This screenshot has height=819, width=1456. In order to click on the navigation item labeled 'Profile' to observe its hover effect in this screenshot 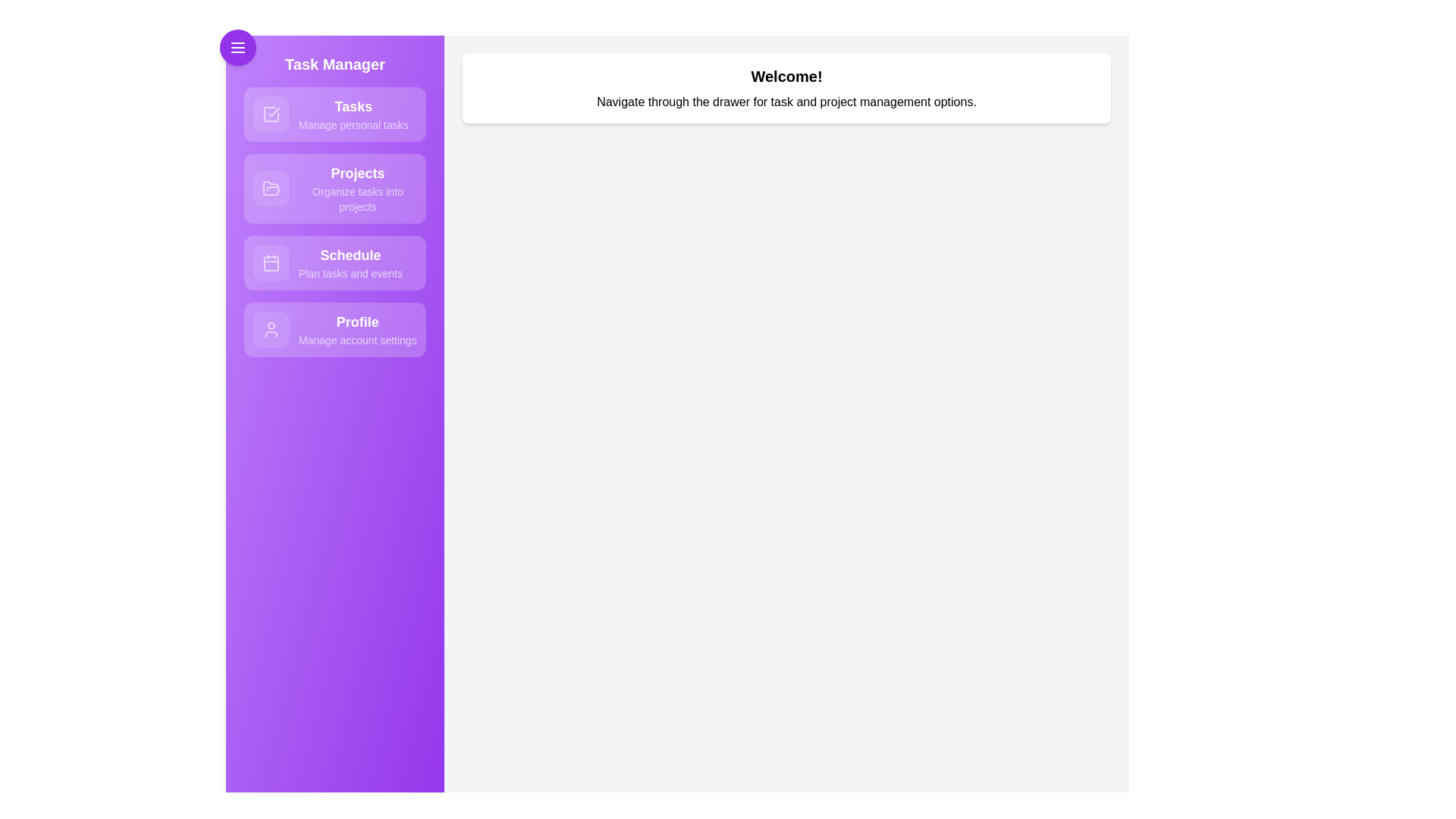, I will do `click(334, 329)`.